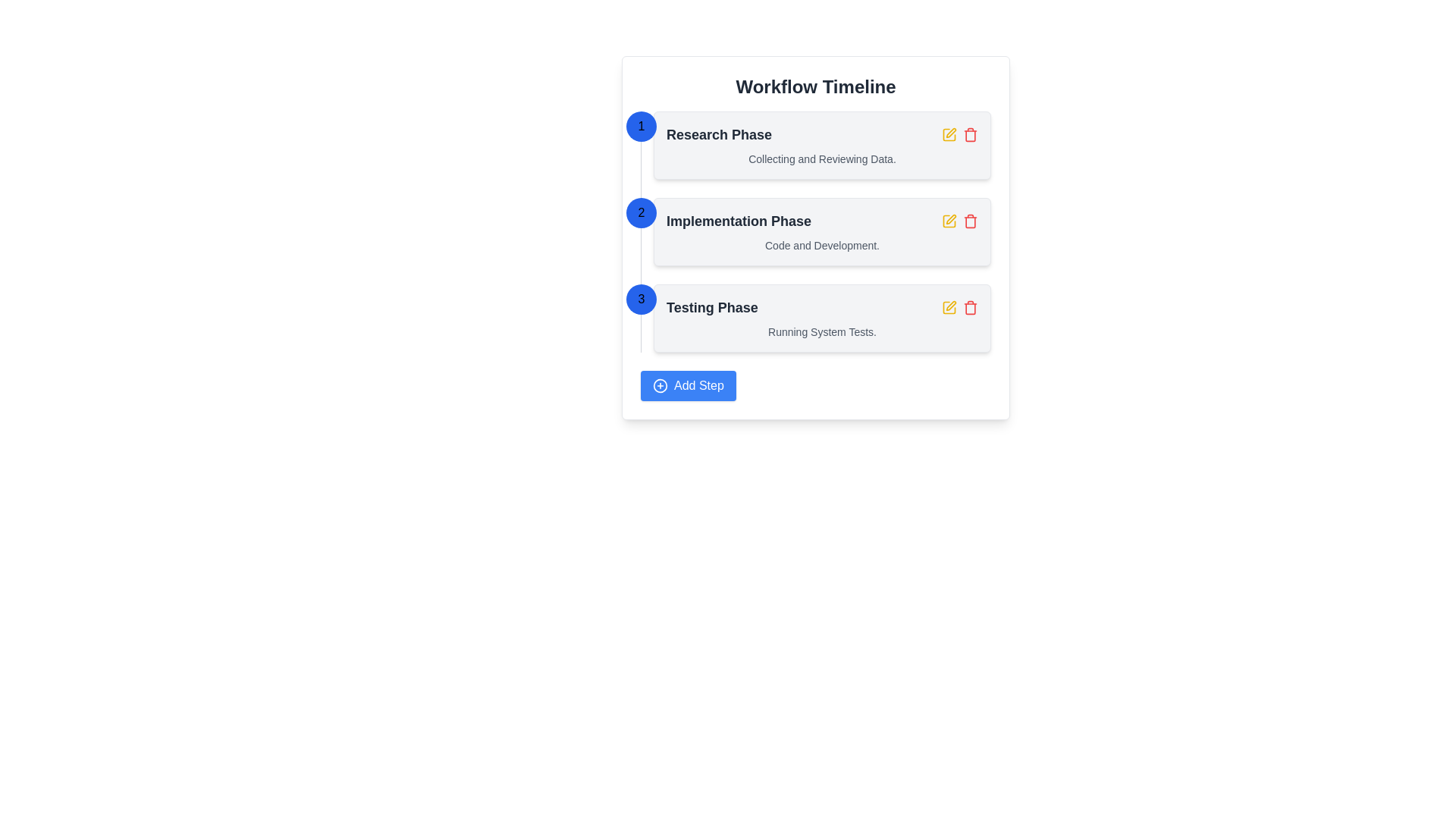 The image size is (1456, 819). I want to click on the 'Testing Phase' label, which is a prominent textual label in bold and large font, styled in dark-gray, located in the workflow timeline interface between 'Implementation Phase' and the 'Add Step' button, so click(711, 307).